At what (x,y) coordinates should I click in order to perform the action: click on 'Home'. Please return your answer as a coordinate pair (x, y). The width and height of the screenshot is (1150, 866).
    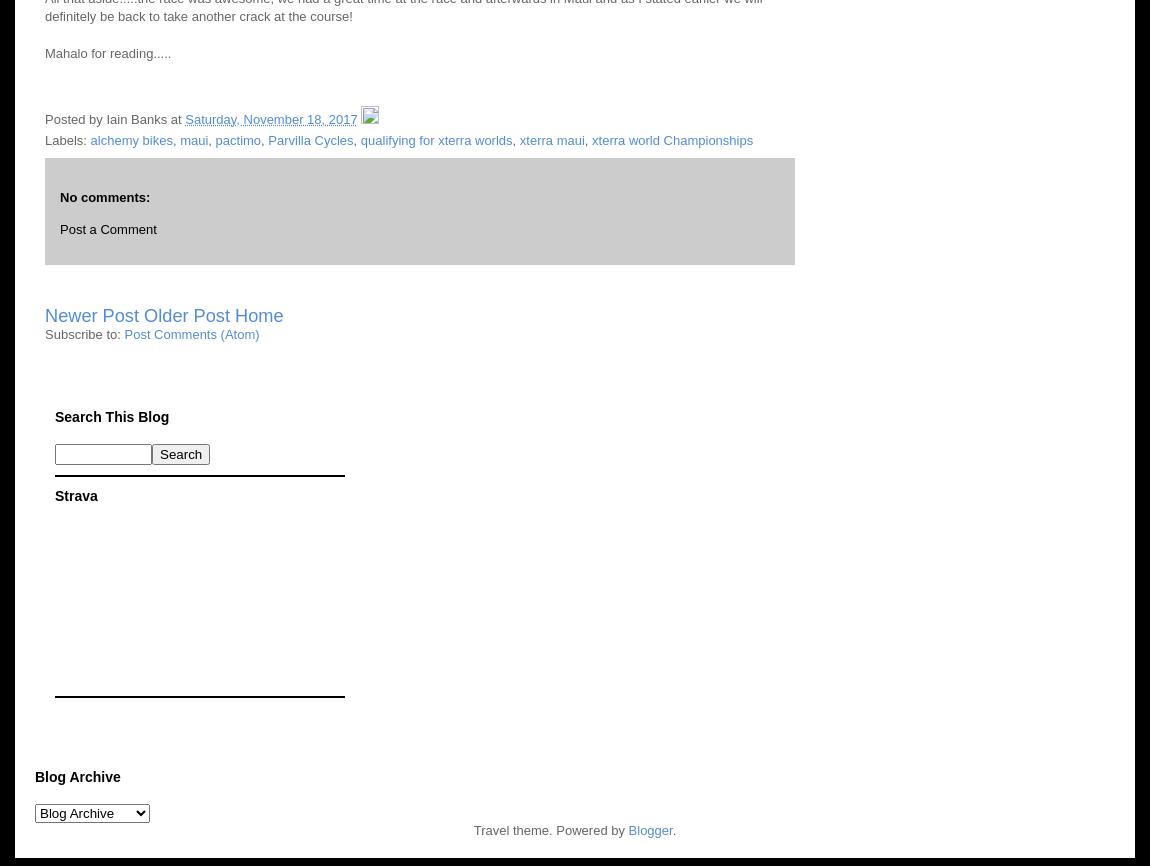
    Looking at the image, I should click on (233, 315).